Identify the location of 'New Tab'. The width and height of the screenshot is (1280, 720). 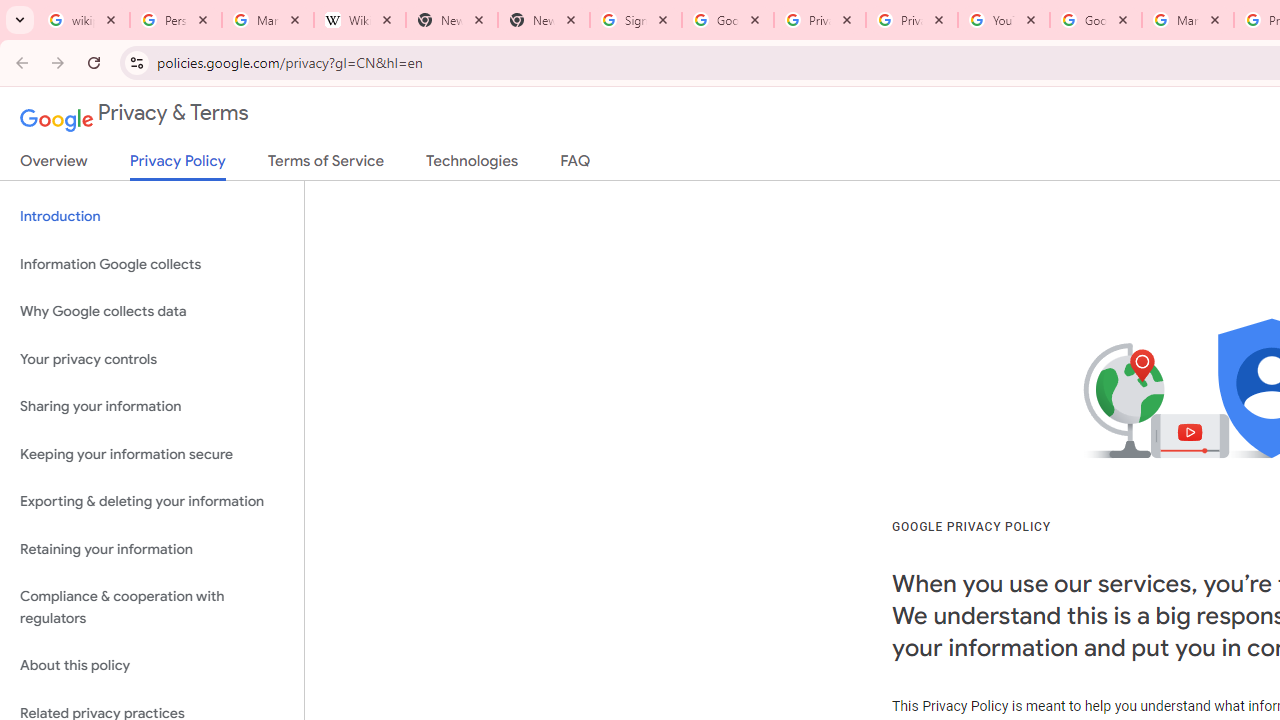
(544, 20).